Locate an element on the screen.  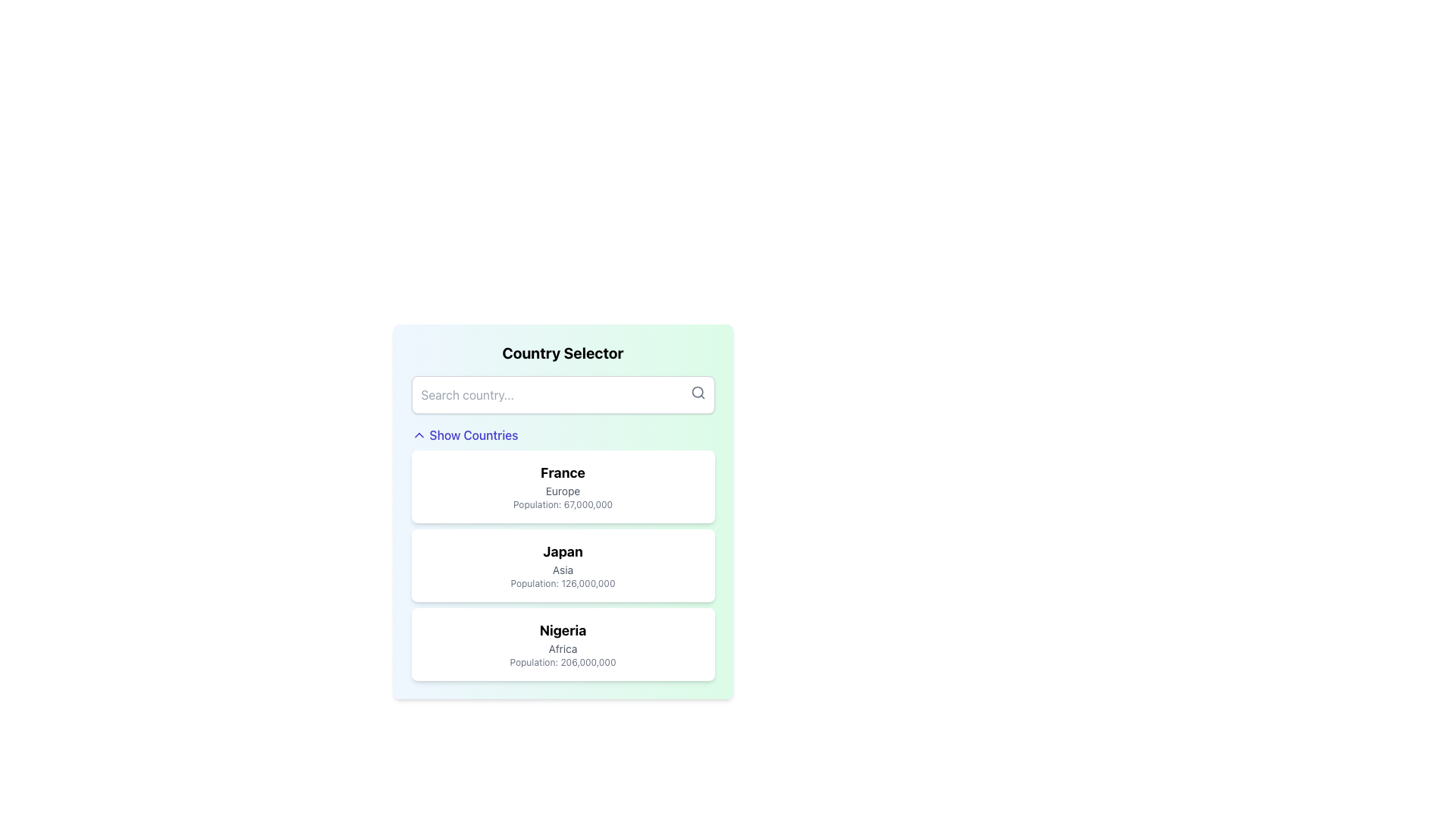
the text label displaying 'Population: 67,000,000' in a small gray font located at the bottom of the card for France is located at coordinates (562, 505).